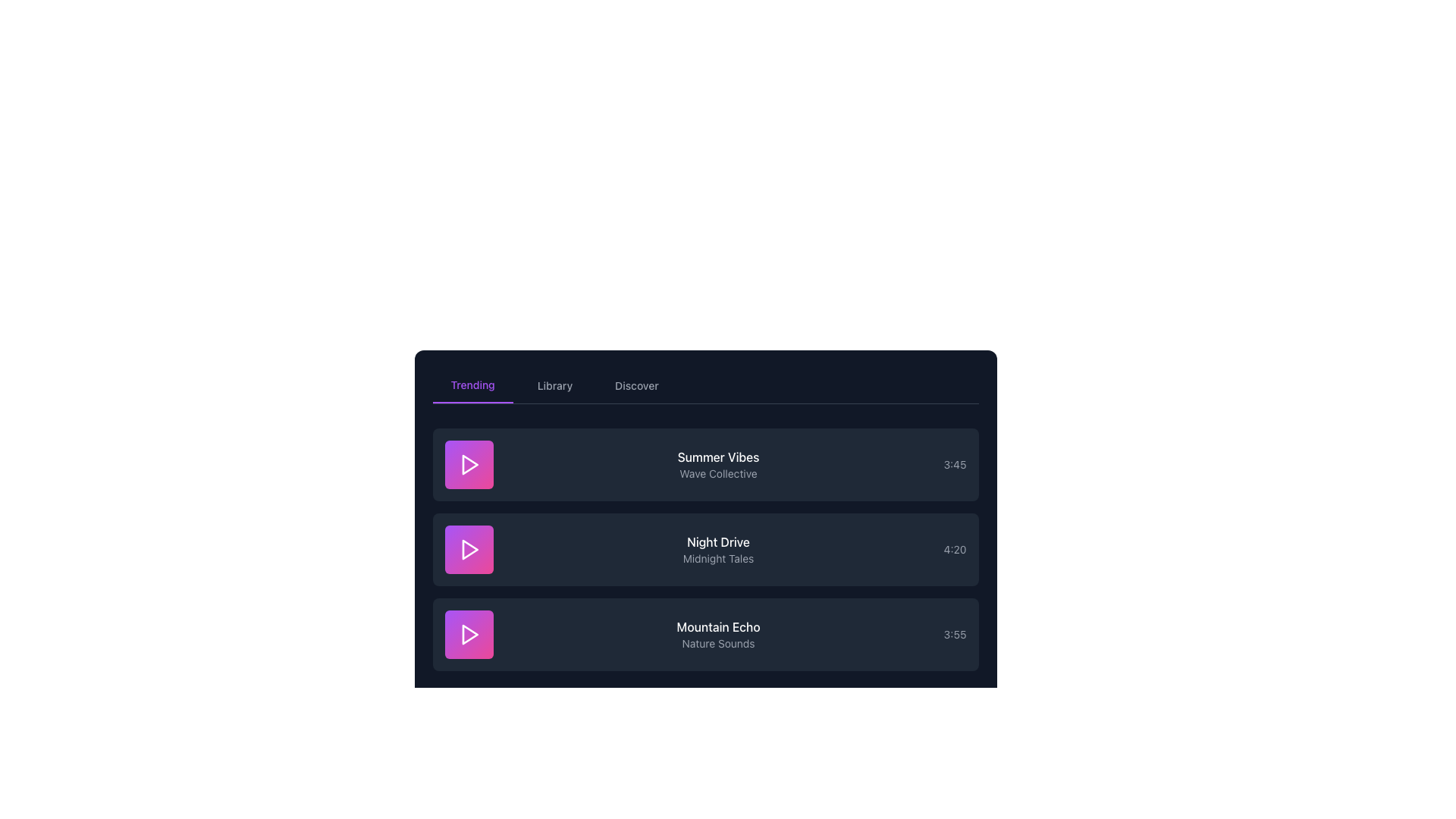 This screenshot has width=1456, height=819. Describe the element at coordinates (717, 541) in the screenshot. I see `the text label 'Night Drive', which is prominently displayed in bold white font on a dark background, located above 'Midnight Tales' and between 'Summer Vibes' and 'Mountain Echo'` at that location.